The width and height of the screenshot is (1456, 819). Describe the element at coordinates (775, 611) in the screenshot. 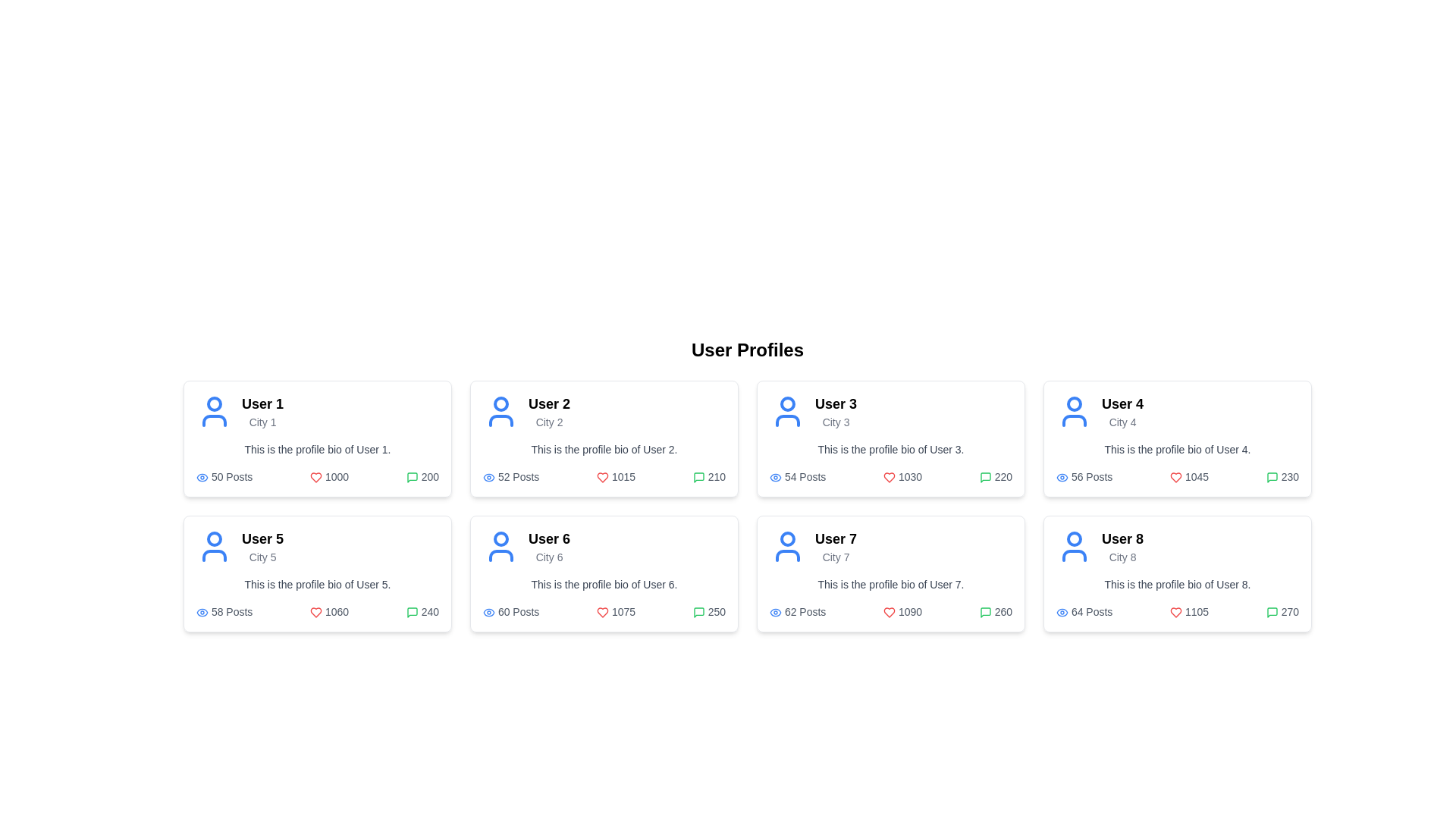

I see `the view count icon located in the '62 Posts' group of the 'User 7' profile card, which indicates the number of times the profile has been viewed` at that location.